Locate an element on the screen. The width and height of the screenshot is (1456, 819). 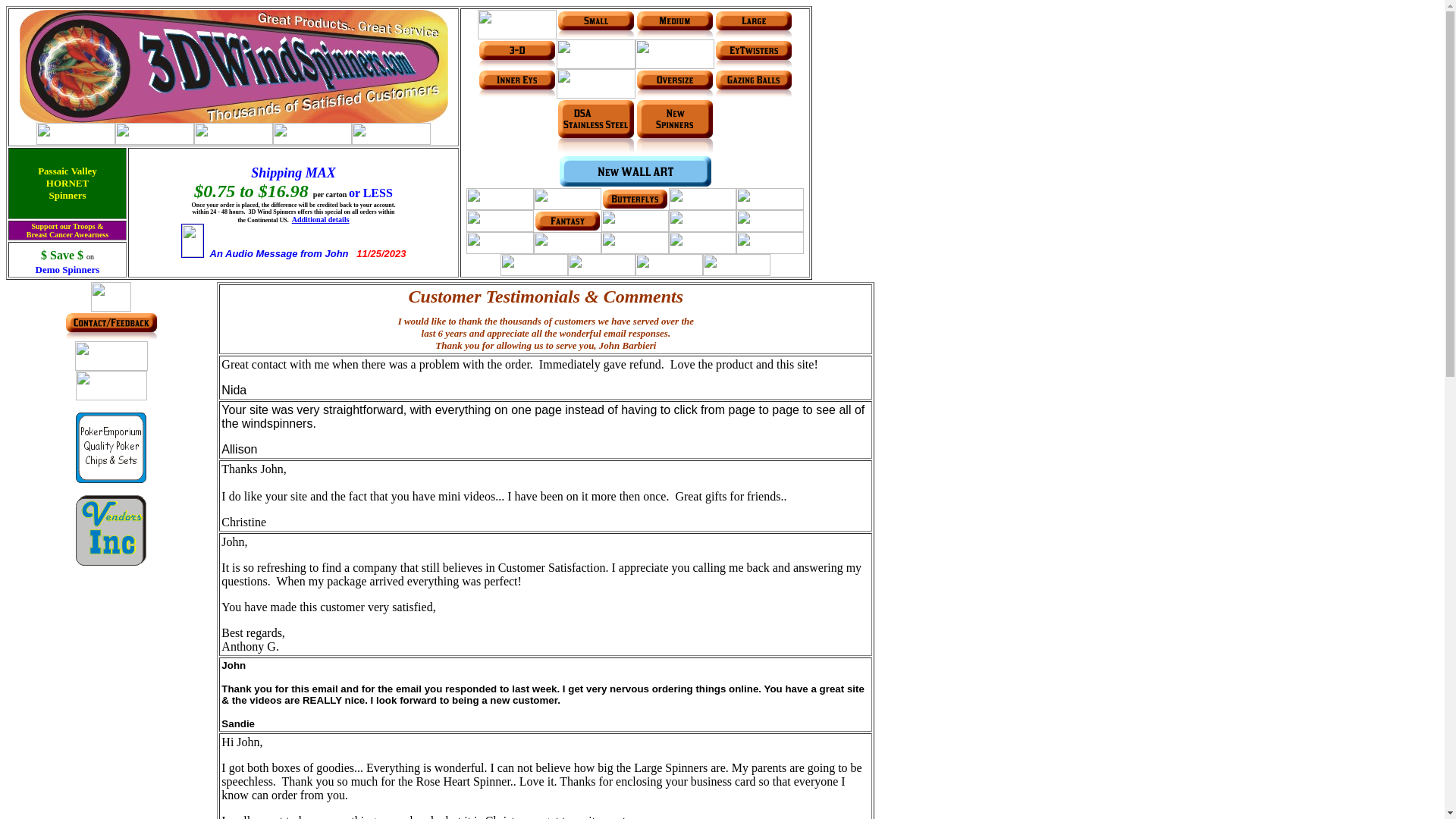
'Demo Spinners' is located at coordinates (36, 268).